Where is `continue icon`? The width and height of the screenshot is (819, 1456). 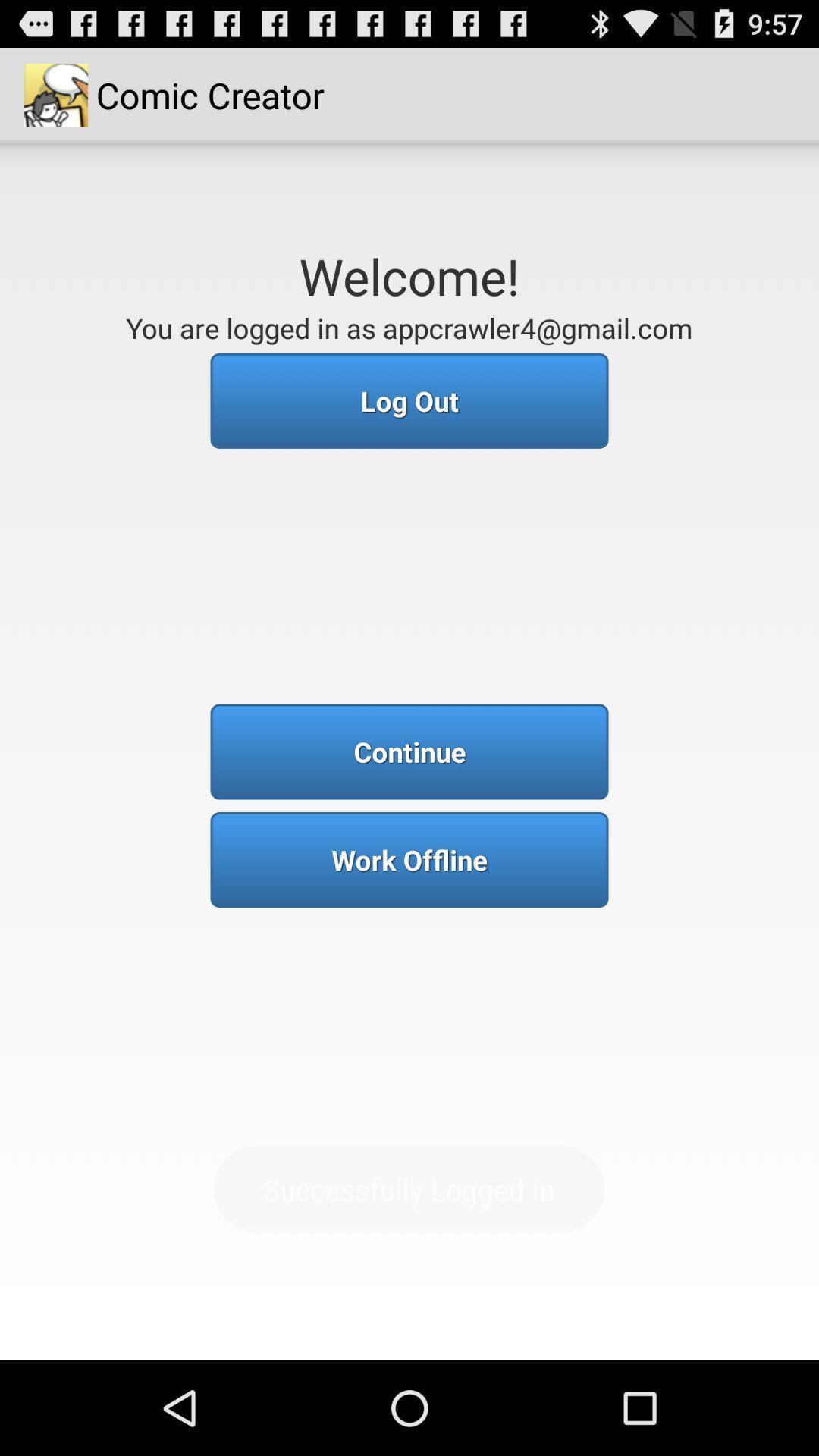 continue icon is located at coordinates (409, 752).